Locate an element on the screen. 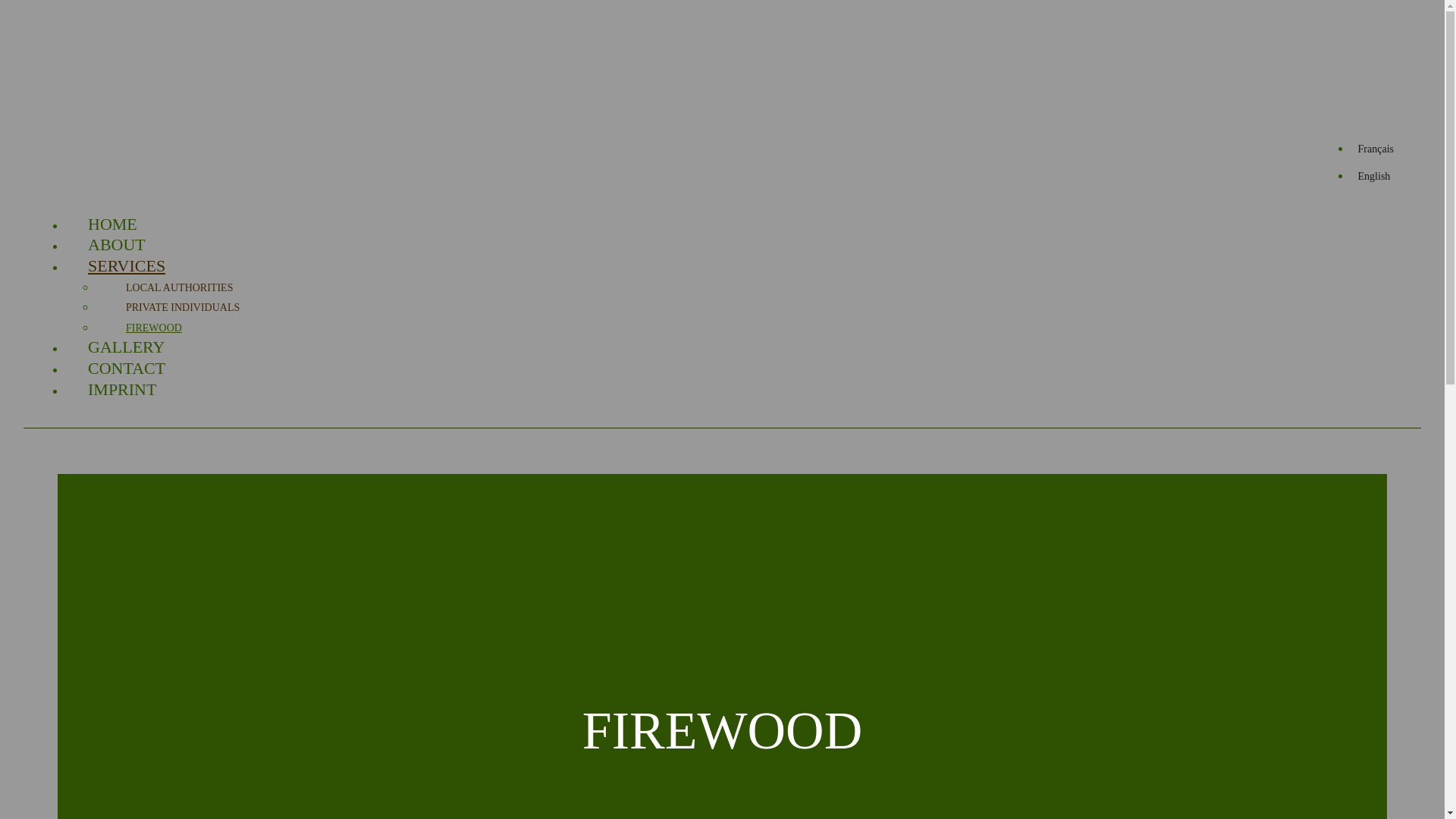  'PRIVATE INDIVIDUALS' is located at coordinates (182, 307).